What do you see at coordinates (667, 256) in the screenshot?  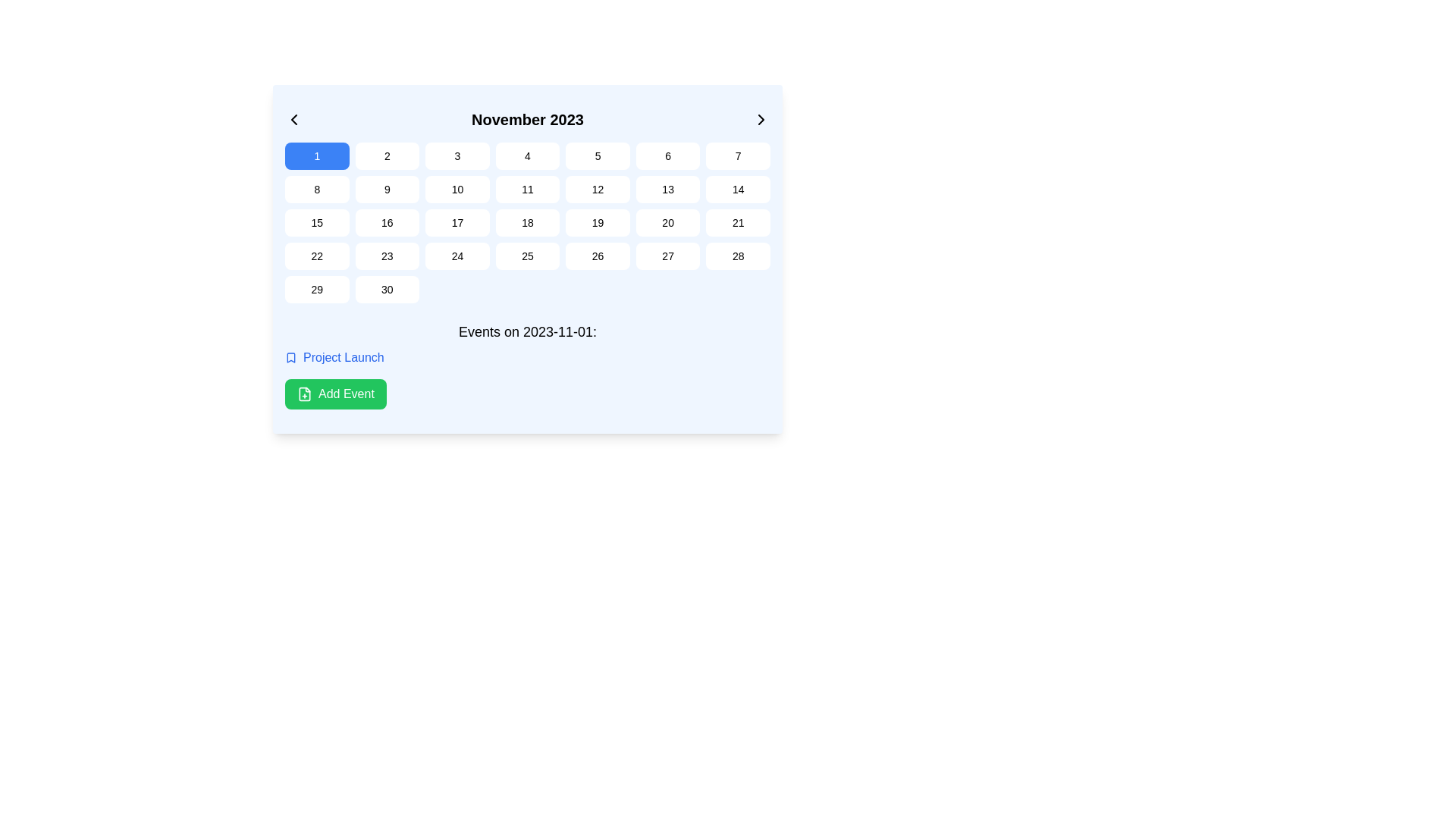 I see `the button representing the date 27 in the November 2023 calendar` at bounding box center [667, 256].